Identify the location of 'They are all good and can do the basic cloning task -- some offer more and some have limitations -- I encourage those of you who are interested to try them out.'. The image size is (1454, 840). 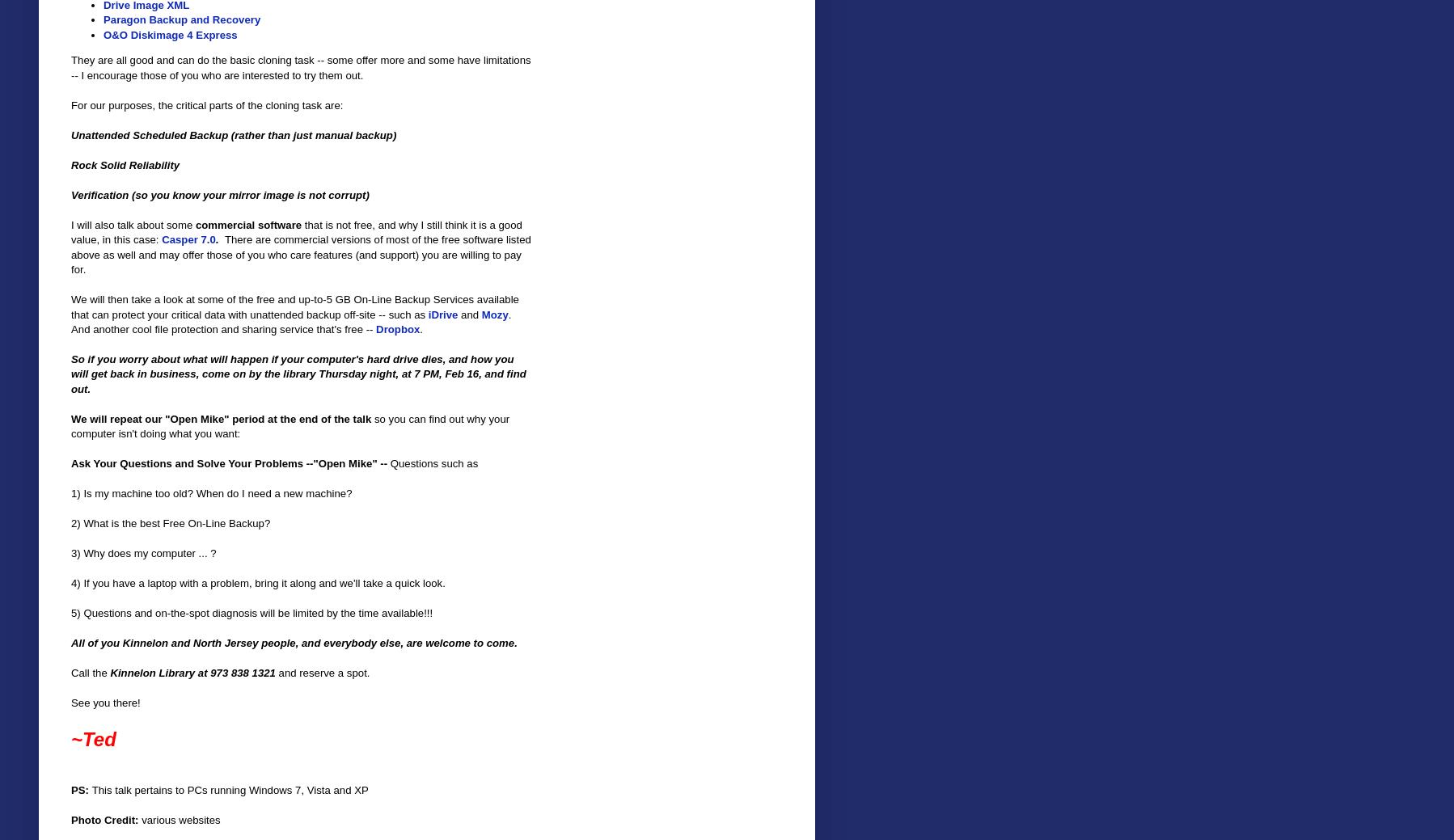
(300, 66).